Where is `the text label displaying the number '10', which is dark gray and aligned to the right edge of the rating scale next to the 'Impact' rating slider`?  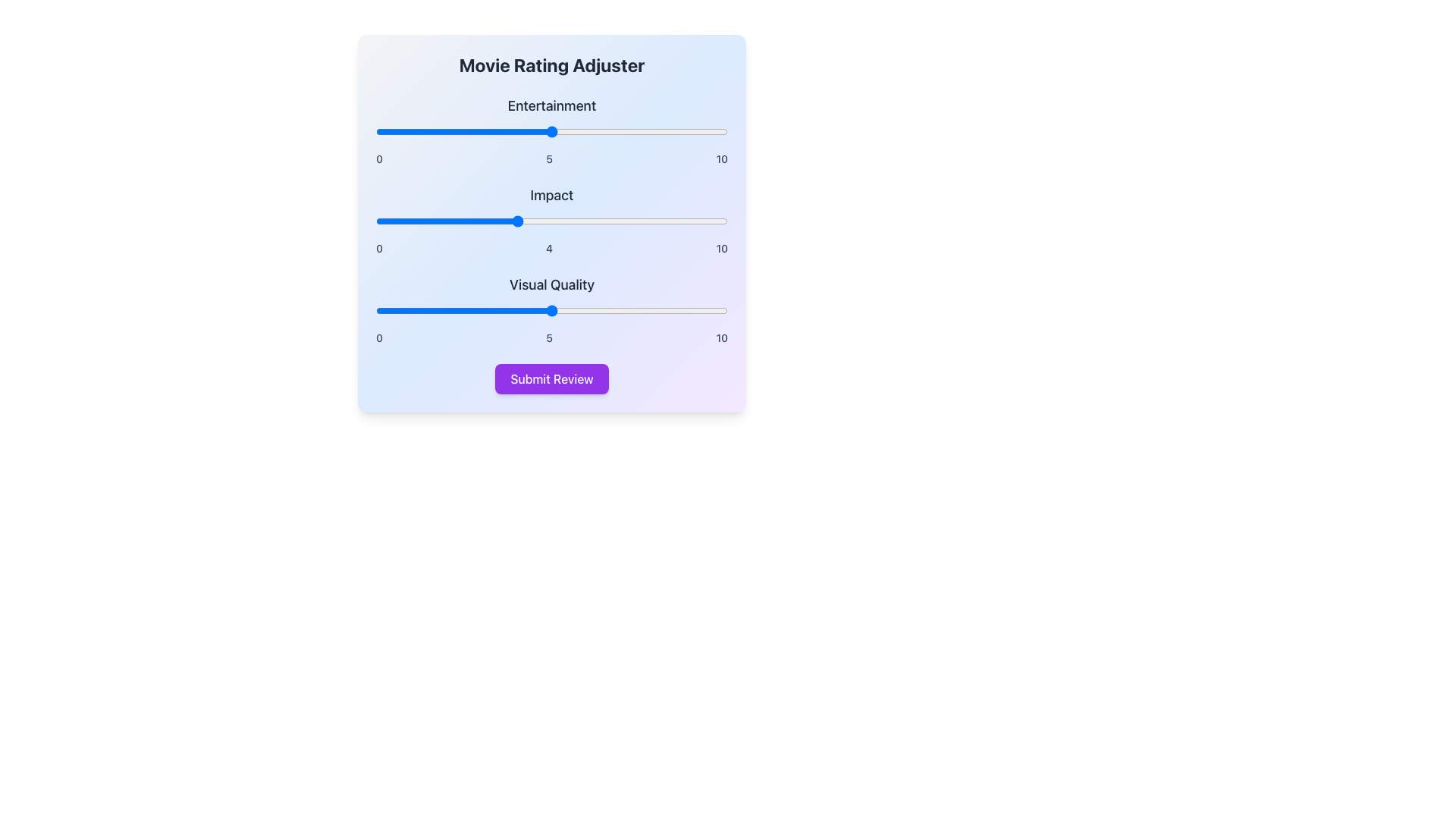
the text label displaying the number '10', which is dark gray and aligned to the right edge of the rating scale next to the 'Impact' rating slider is located at coordinates (721, 247).